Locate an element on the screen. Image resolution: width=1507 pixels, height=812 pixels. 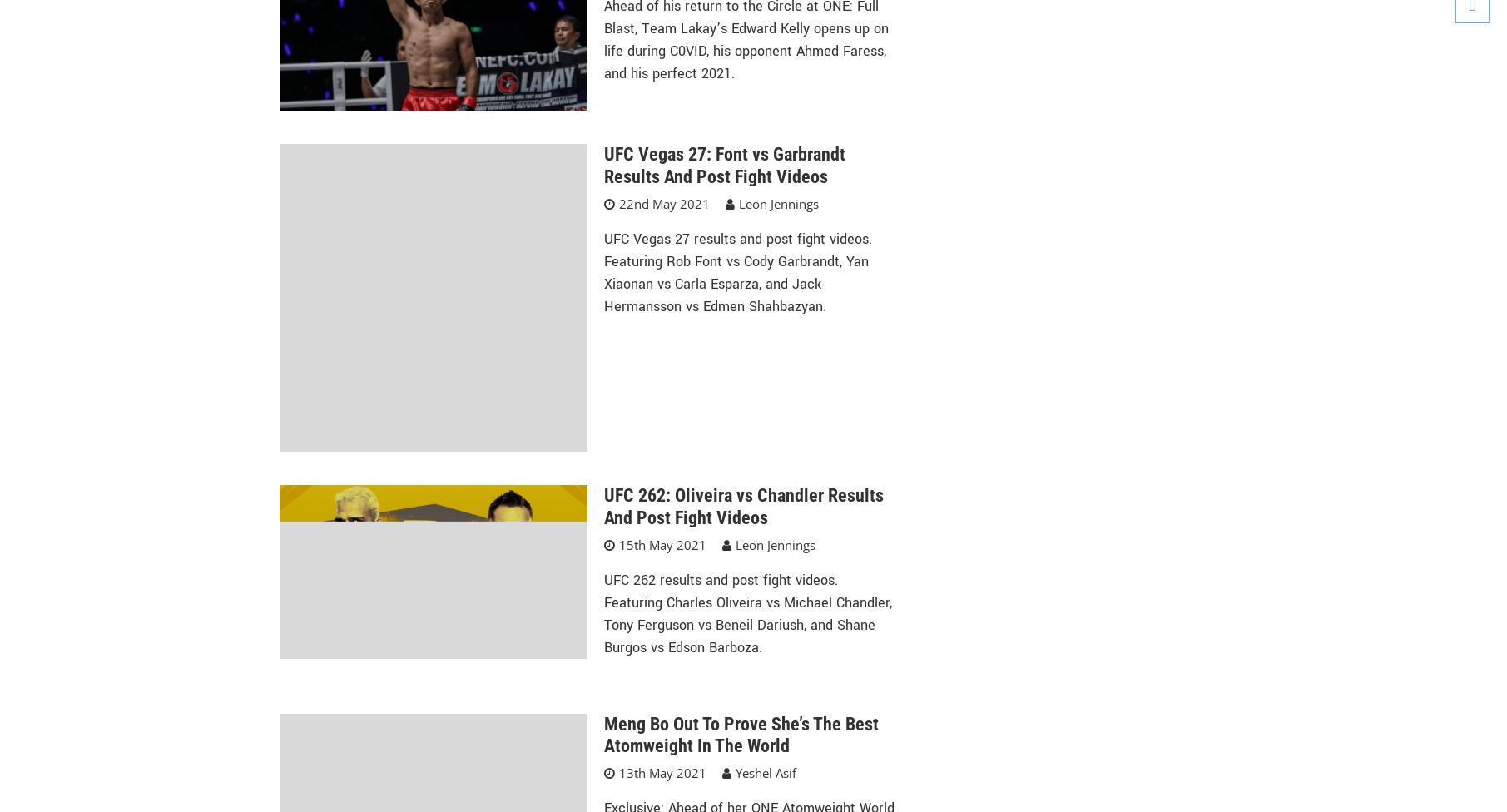
'13th May 2021' is located at coordinates (661, 771).